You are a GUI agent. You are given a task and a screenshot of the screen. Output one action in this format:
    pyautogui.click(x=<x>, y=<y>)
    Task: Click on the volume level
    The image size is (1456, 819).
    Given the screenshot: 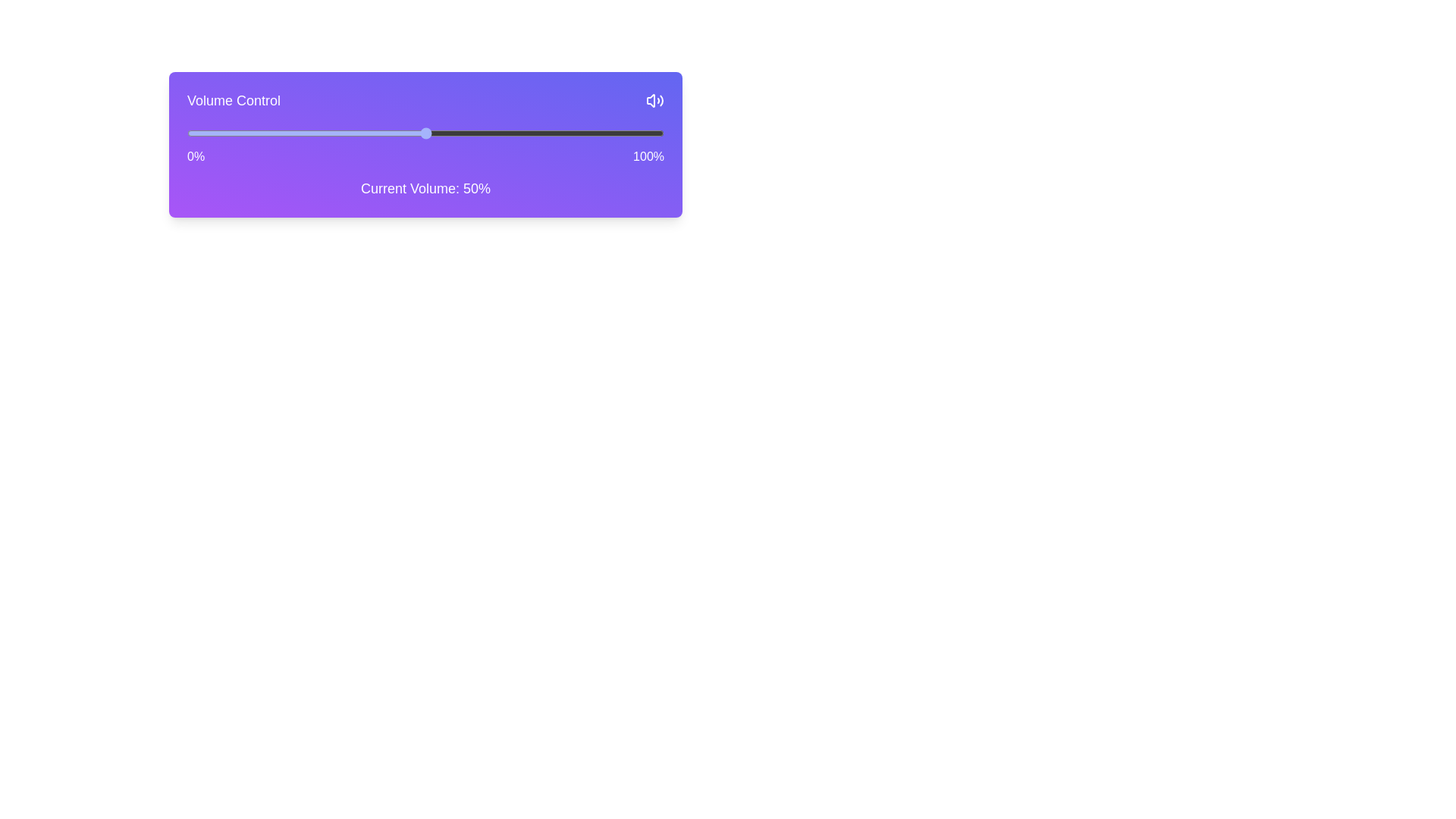 What is the action you would take?
    pyautogui.click(x=617, y=133)
    